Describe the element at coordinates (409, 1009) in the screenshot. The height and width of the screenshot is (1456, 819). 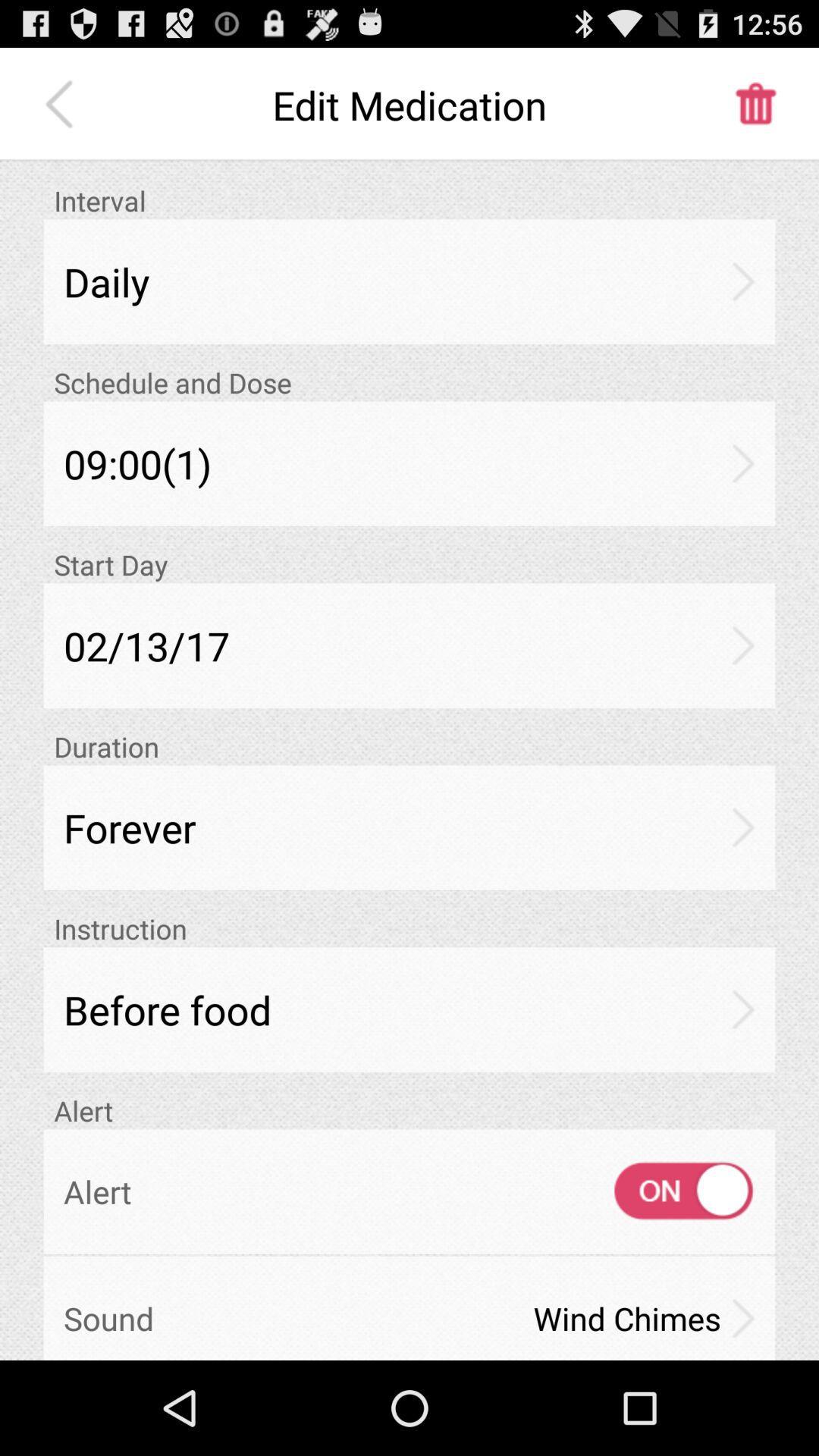
I see `app above alert item` at that location.